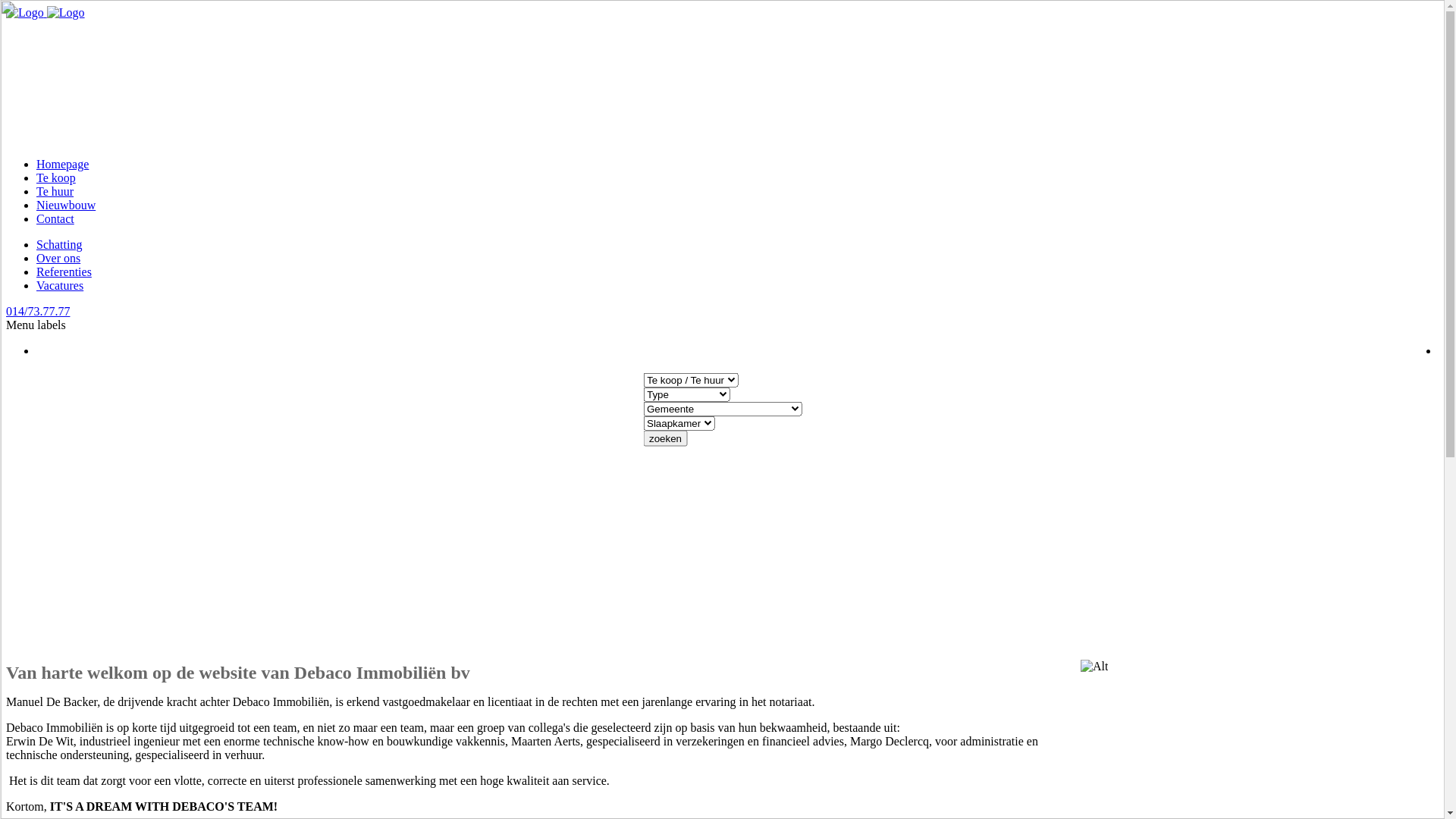  I want to click on 'zoeken', so click(665, 438).